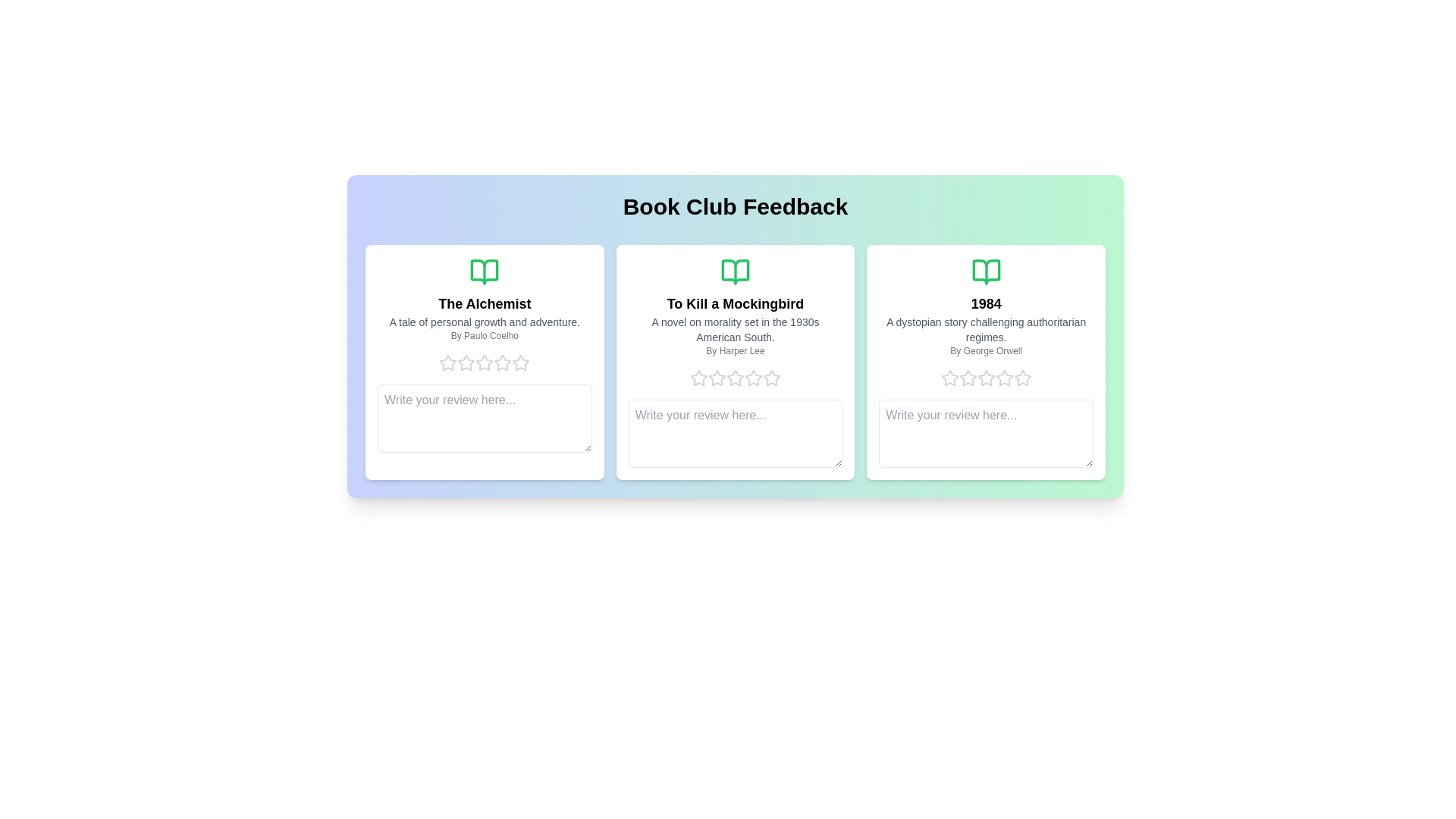 This screenshot has width=1456, height=819. What do you see at coordinates (986, 271) in the screenshot?
I see `the green open book icon located in the third card associated with the book '1984', positioned above the text '1984' and below the main heading 'Book Club Feedback'` at bounding box center [986, 271].